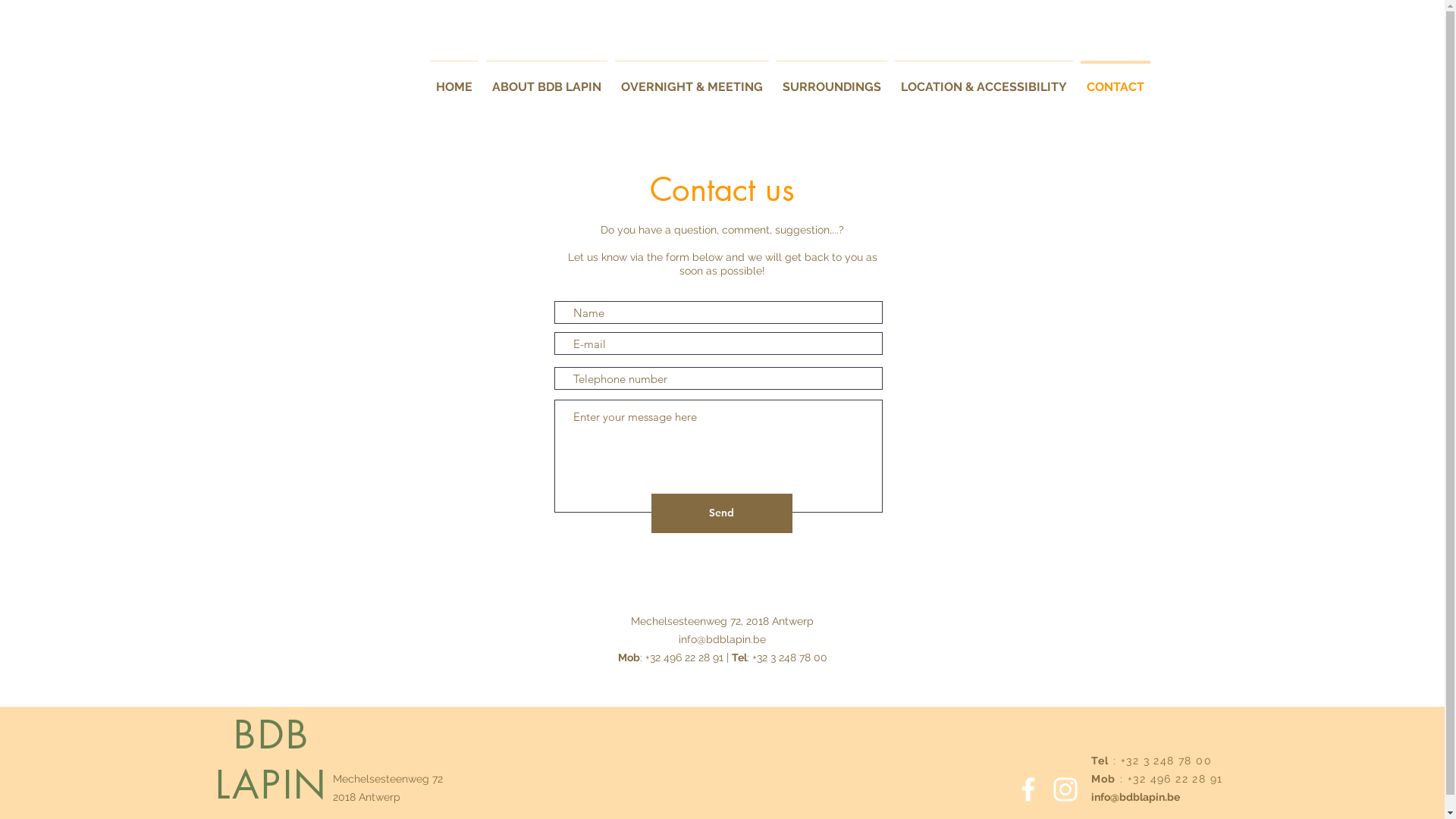 This screenshot has width=1456, height=819. What do you see at coordinates (720, 513) in the screenshot?
I see `'Send'` at bounding box center [720, 513].